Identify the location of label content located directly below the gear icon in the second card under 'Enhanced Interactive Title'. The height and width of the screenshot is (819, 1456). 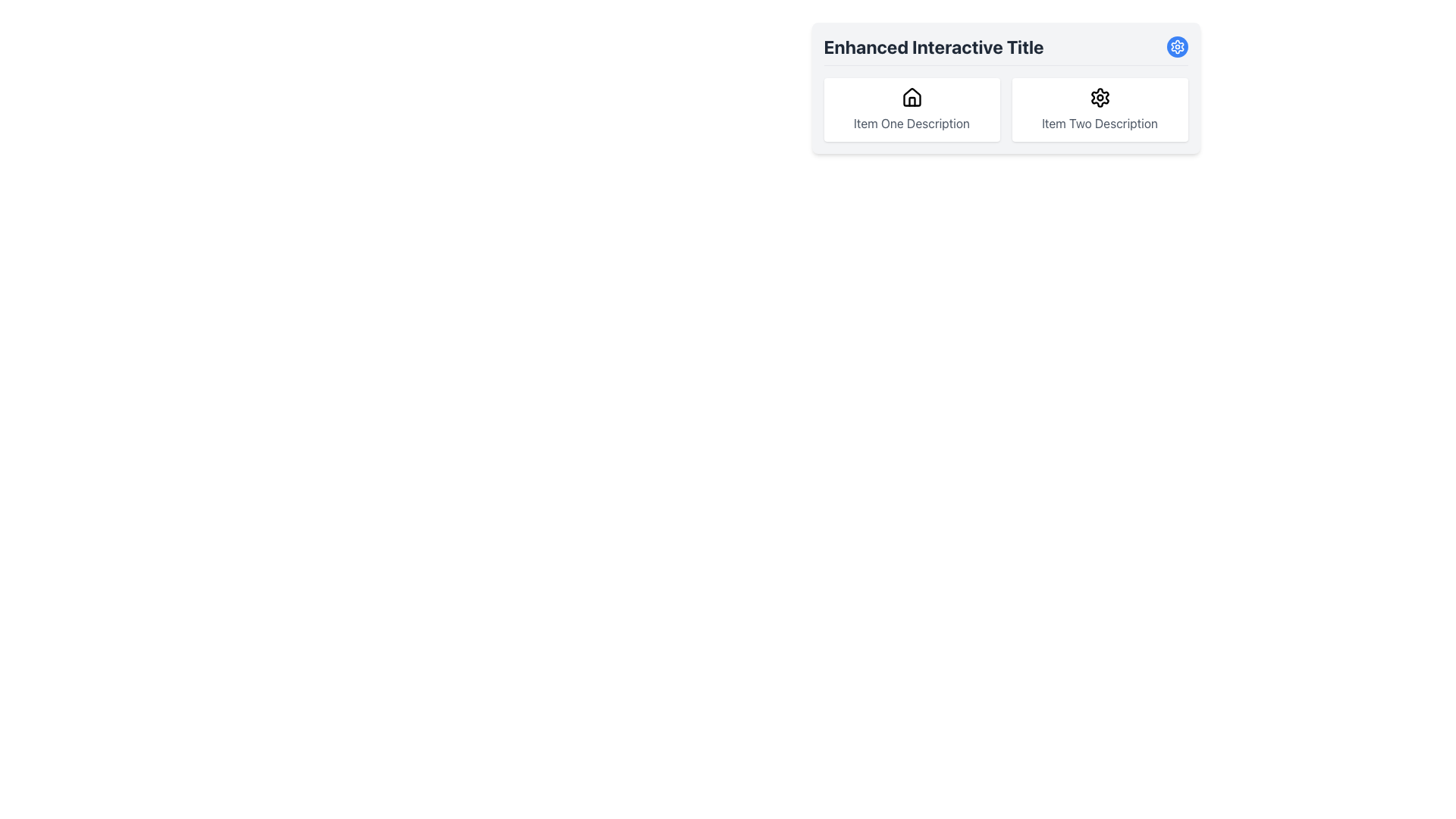
(1100, 122).